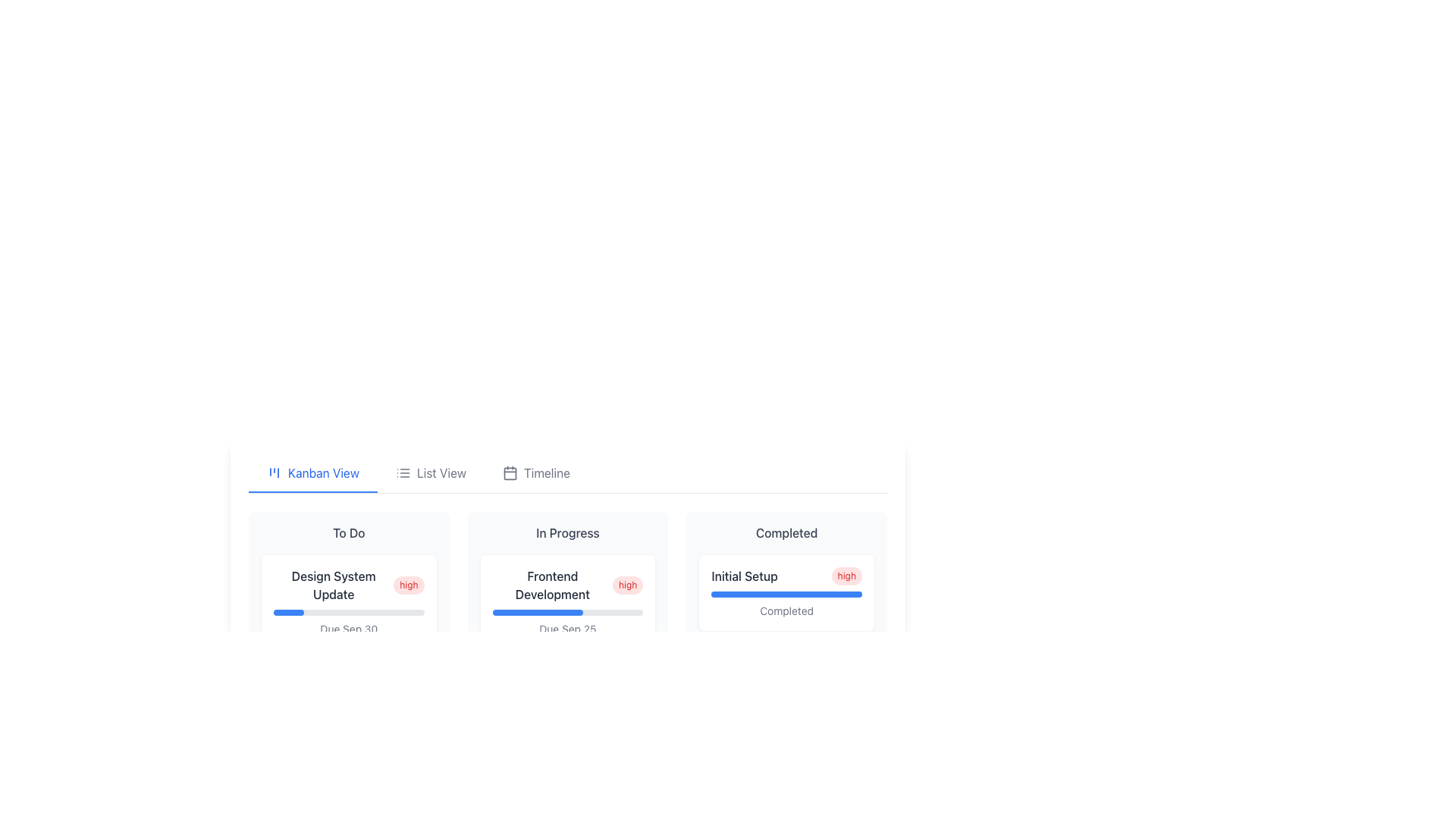 This screenshot has height=819, width=1456. What do you see at coordinates (348, 584) in the screenshot?
I see `the header of the task card labeled 'Design System Update' with a priority indicator showing 'high' in the 'To Do' column of the Kanban board` at bounding box center [348, 584].